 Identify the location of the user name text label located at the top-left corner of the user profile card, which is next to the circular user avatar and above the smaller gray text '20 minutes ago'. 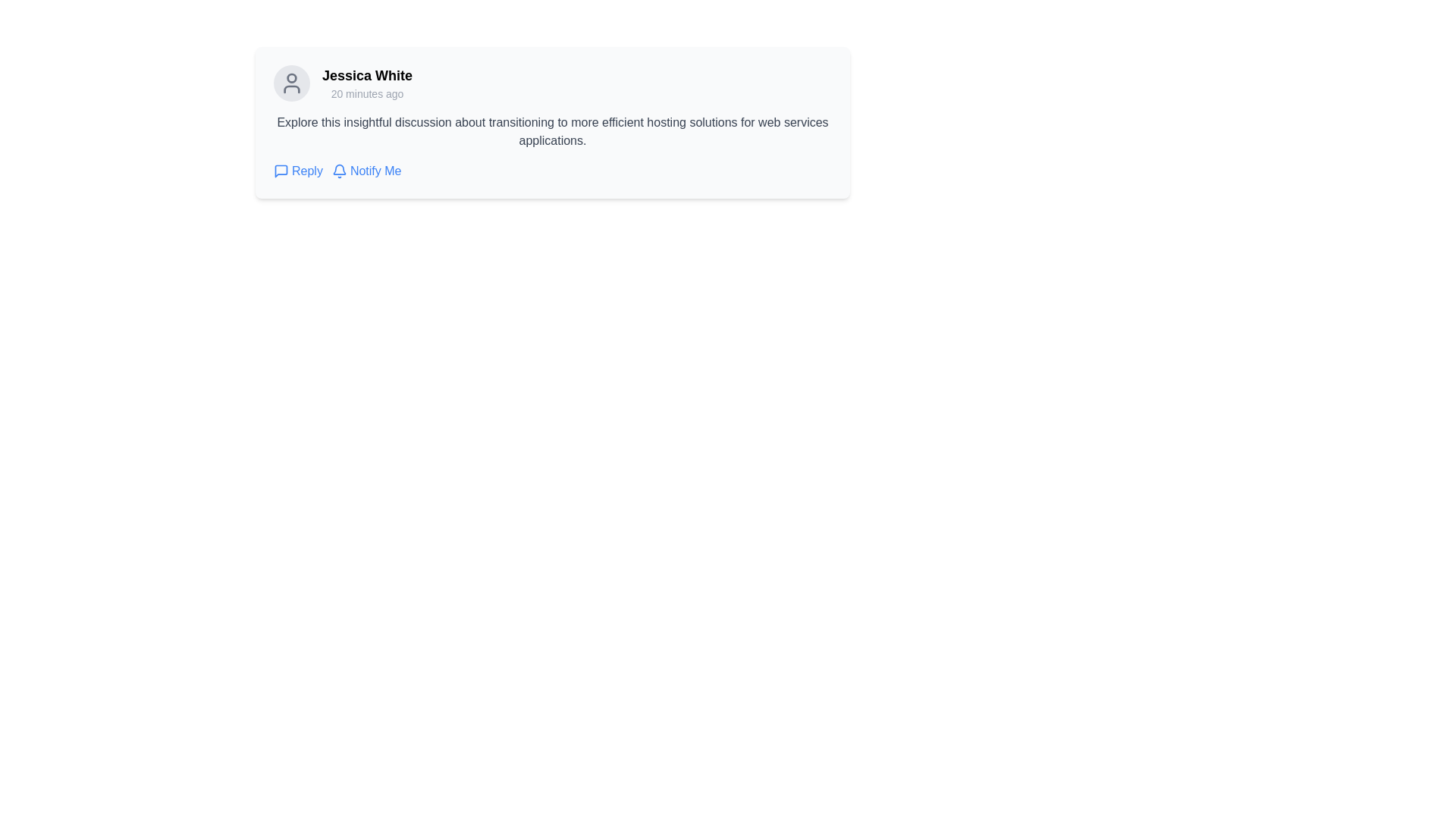
(367, 76).